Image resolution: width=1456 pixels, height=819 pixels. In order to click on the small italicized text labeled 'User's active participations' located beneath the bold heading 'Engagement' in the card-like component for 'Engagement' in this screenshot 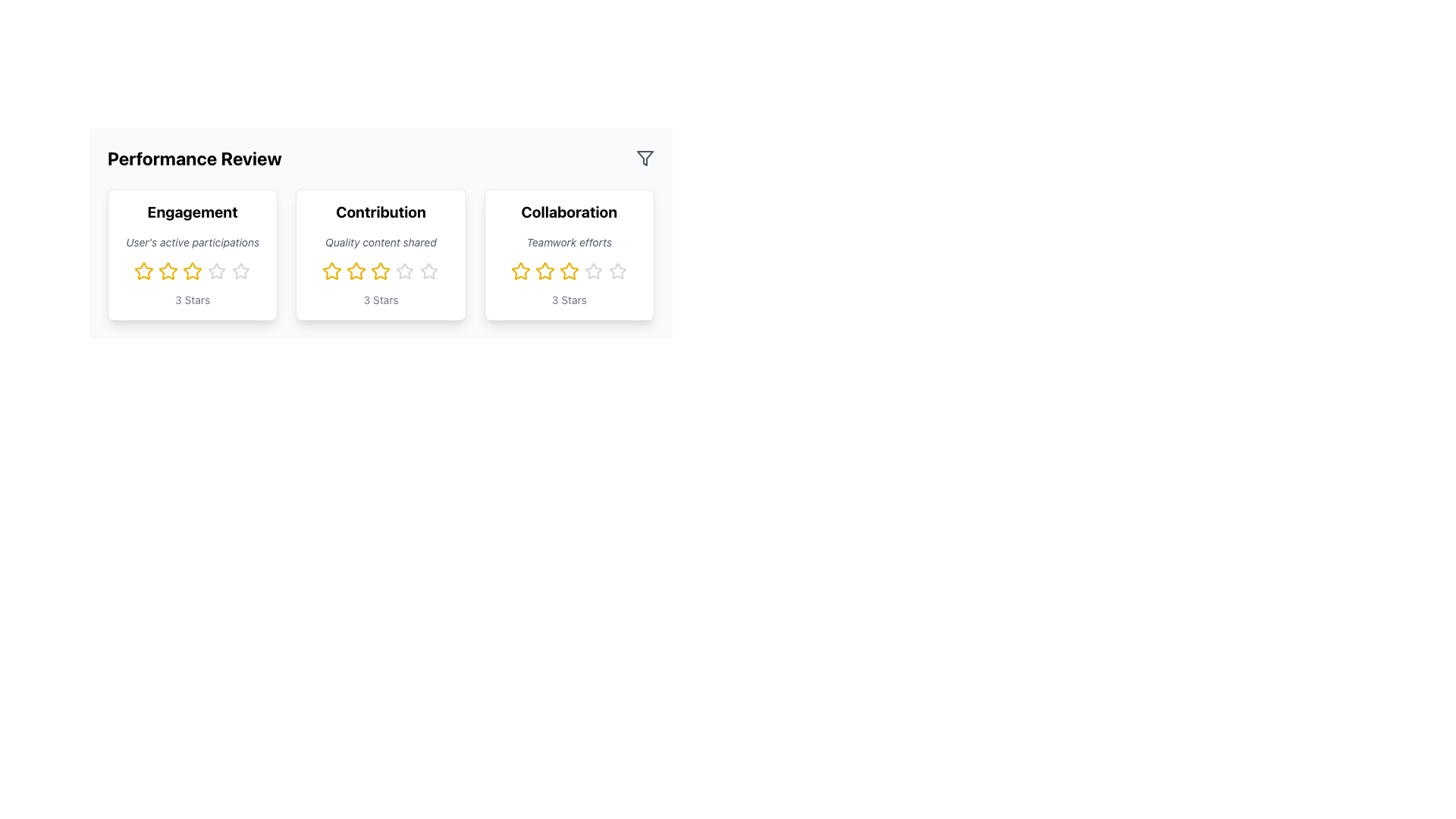, I will do `click(192, 242)`.